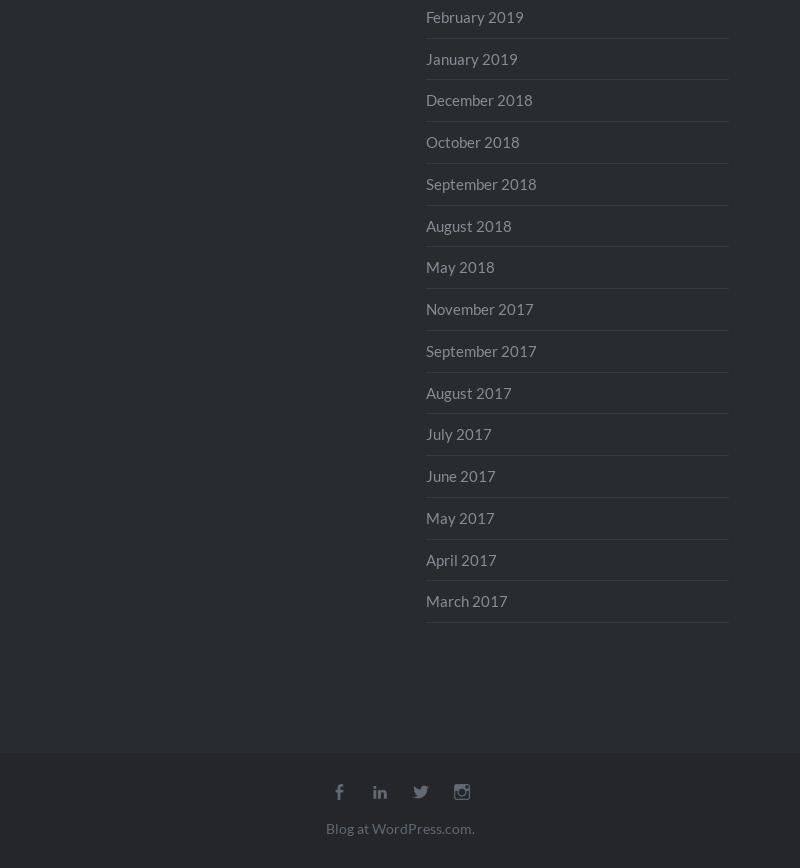 The image size is (800, 868). What do you see at coordinates (479, 99) in the screenshot?
I see `'December 2018'` at bounding box center [479, 99].